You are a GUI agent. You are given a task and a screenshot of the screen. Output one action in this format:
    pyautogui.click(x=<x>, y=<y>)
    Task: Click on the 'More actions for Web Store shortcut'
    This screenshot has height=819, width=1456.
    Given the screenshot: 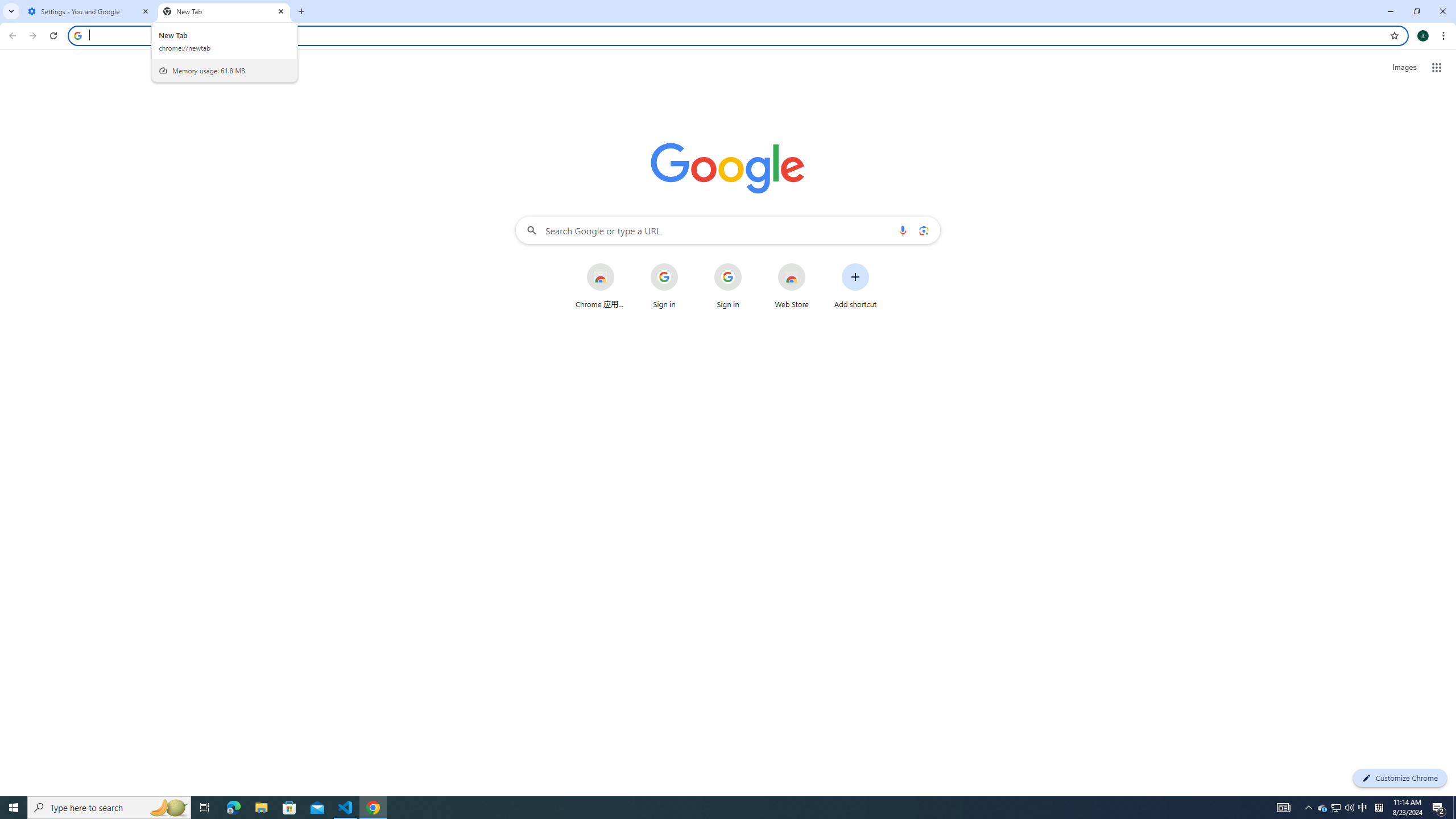 What is the action you would take?
    pyautogui.click(x=814, y=264)
    